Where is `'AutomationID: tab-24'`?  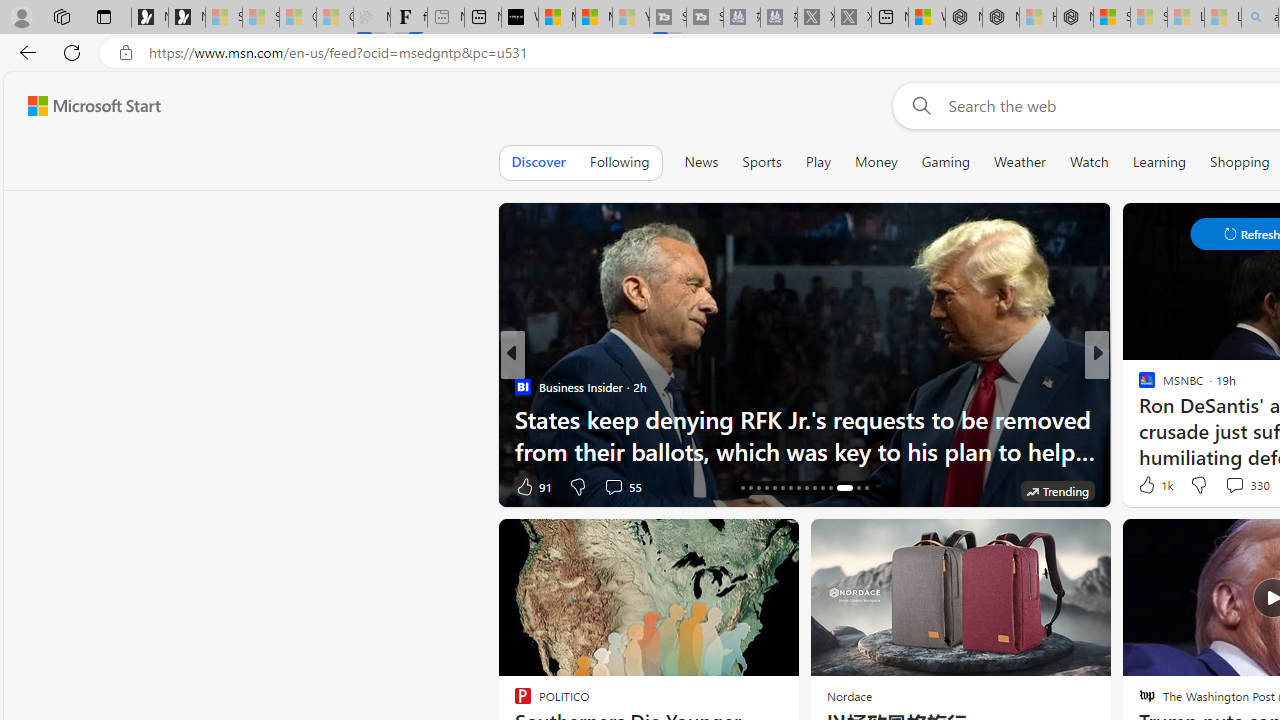
'AutomationID: tab-24' is located at coordinates (807, 488).